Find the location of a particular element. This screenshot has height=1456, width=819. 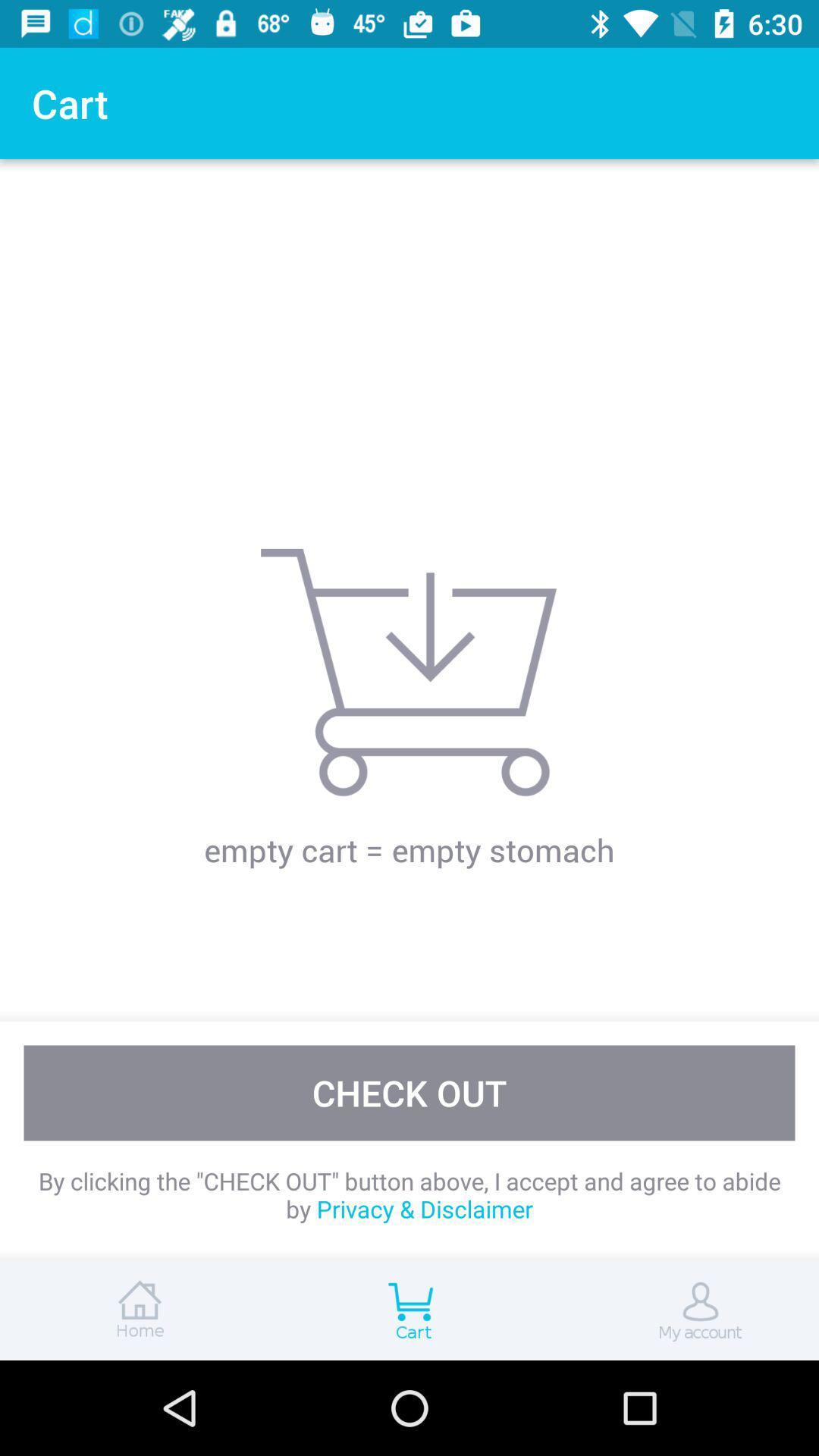

check my cart is located at coordinates (409, 1310).